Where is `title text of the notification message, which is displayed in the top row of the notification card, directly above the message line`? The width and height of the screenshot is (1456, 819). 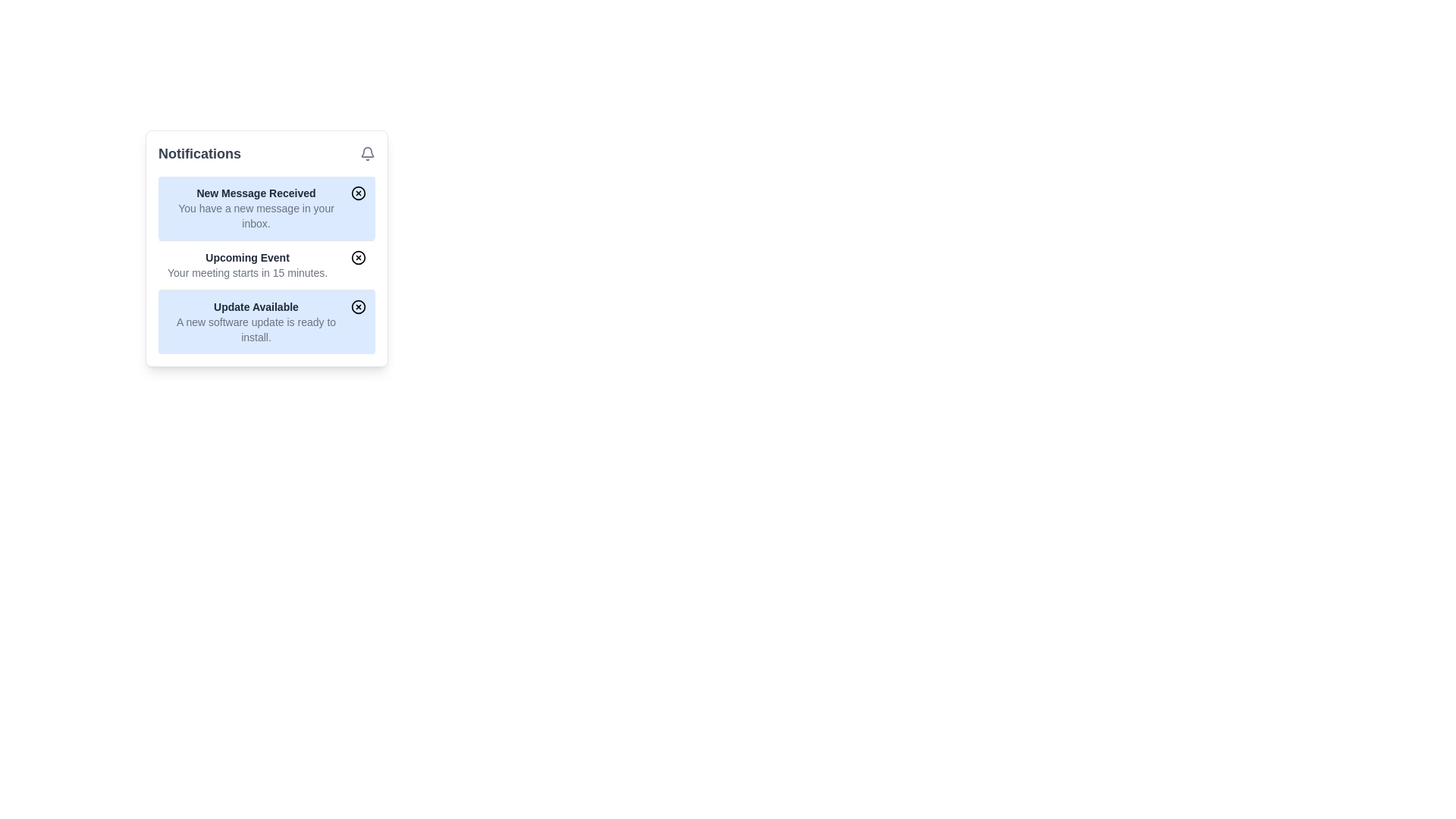
title text of the notification message, which is displayed in the top row of the notification card, directly above the message line is located at coordinates (256, 192).